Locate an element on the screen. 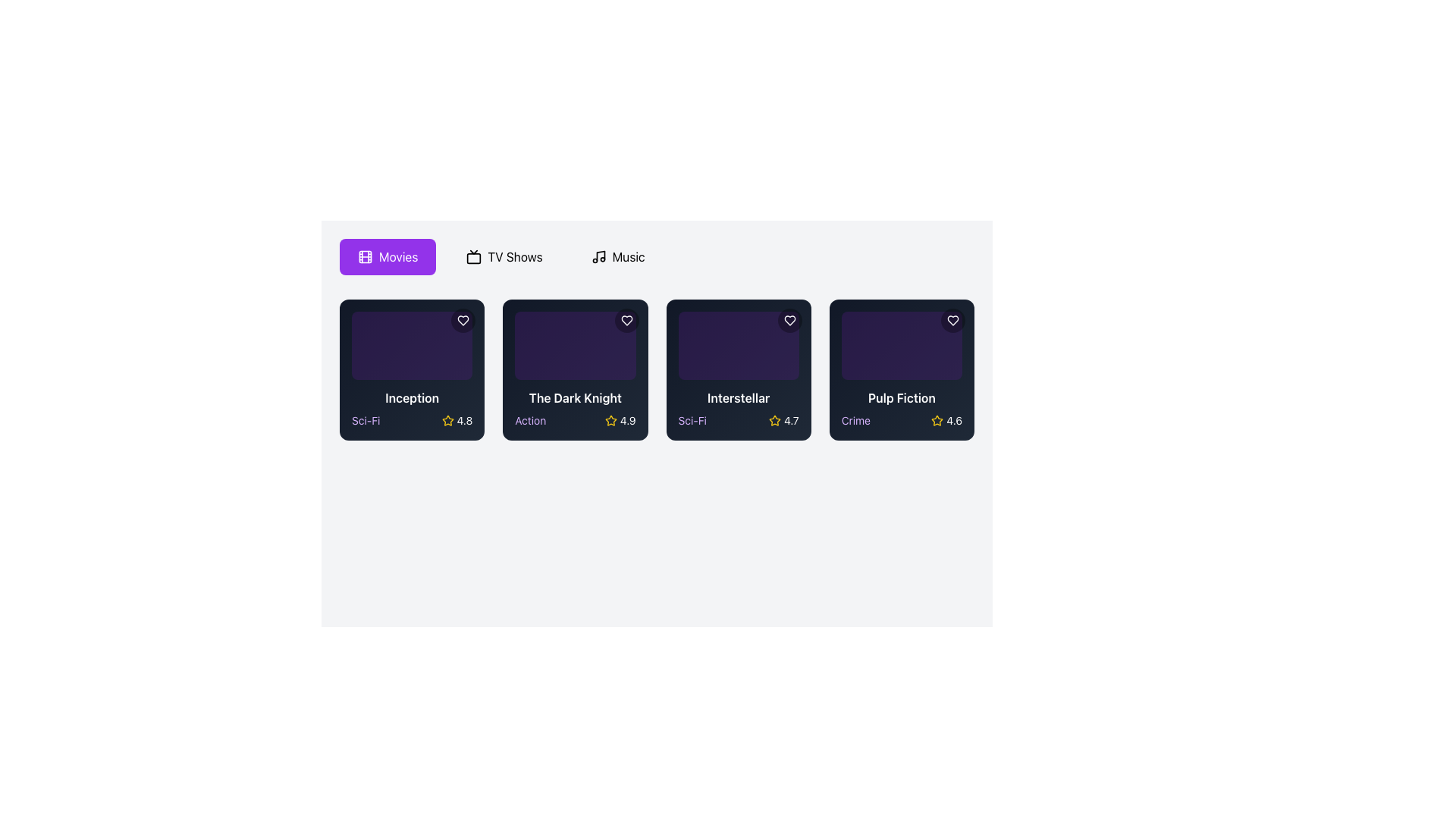 The width and height of the screenshot is (1456, 819). the Card component displaying the movie 'The Dark Knight', which is located in the second column of a four-column grid is located at coordinates (574, 369).